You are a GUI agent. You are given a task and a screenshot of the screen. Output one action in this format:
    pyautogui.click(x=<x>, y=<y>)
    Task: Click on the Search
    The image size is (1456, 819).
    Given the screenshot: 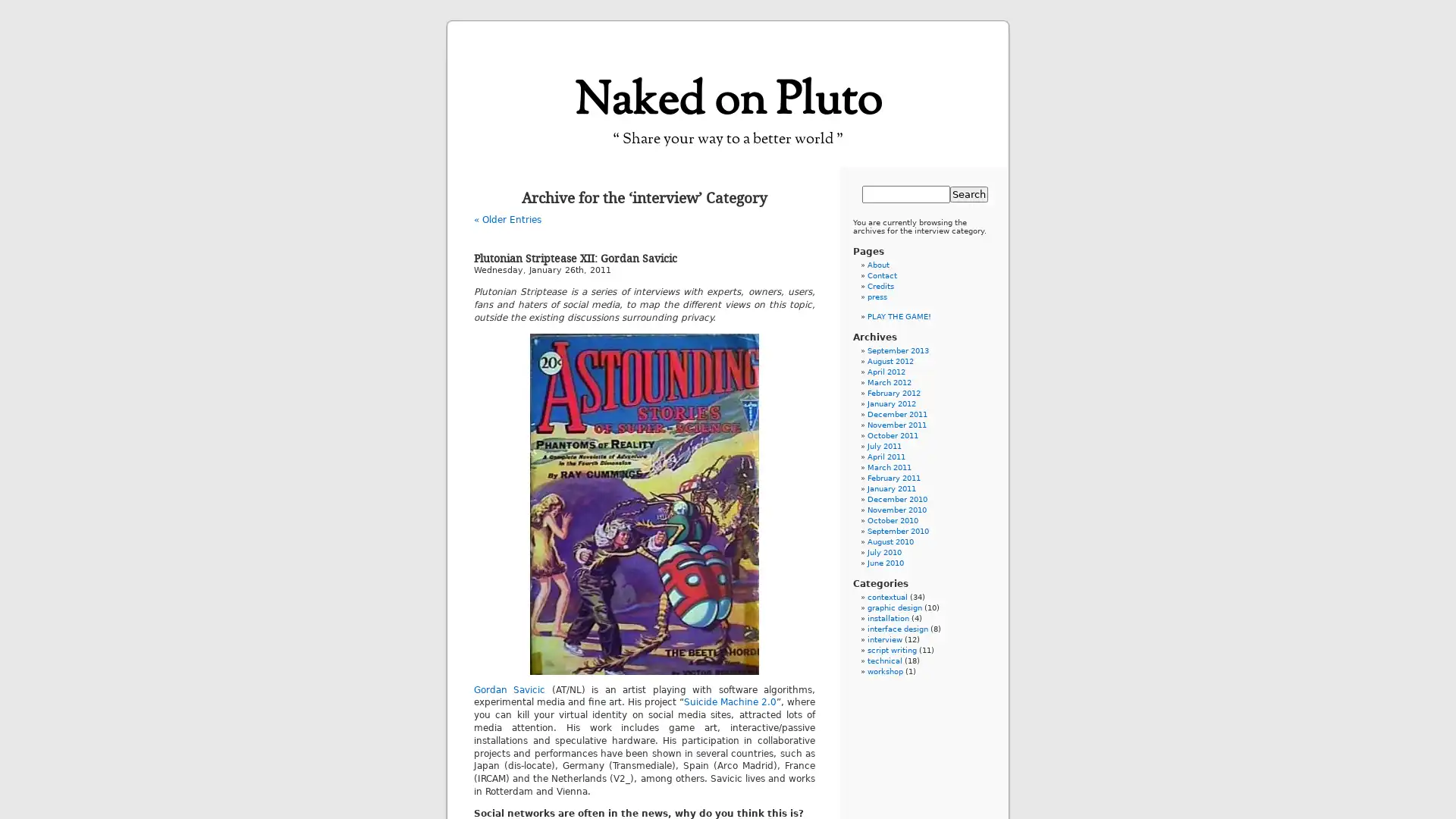 What is the action you would take?
    pyautogui.click(x=968, y=193)
    